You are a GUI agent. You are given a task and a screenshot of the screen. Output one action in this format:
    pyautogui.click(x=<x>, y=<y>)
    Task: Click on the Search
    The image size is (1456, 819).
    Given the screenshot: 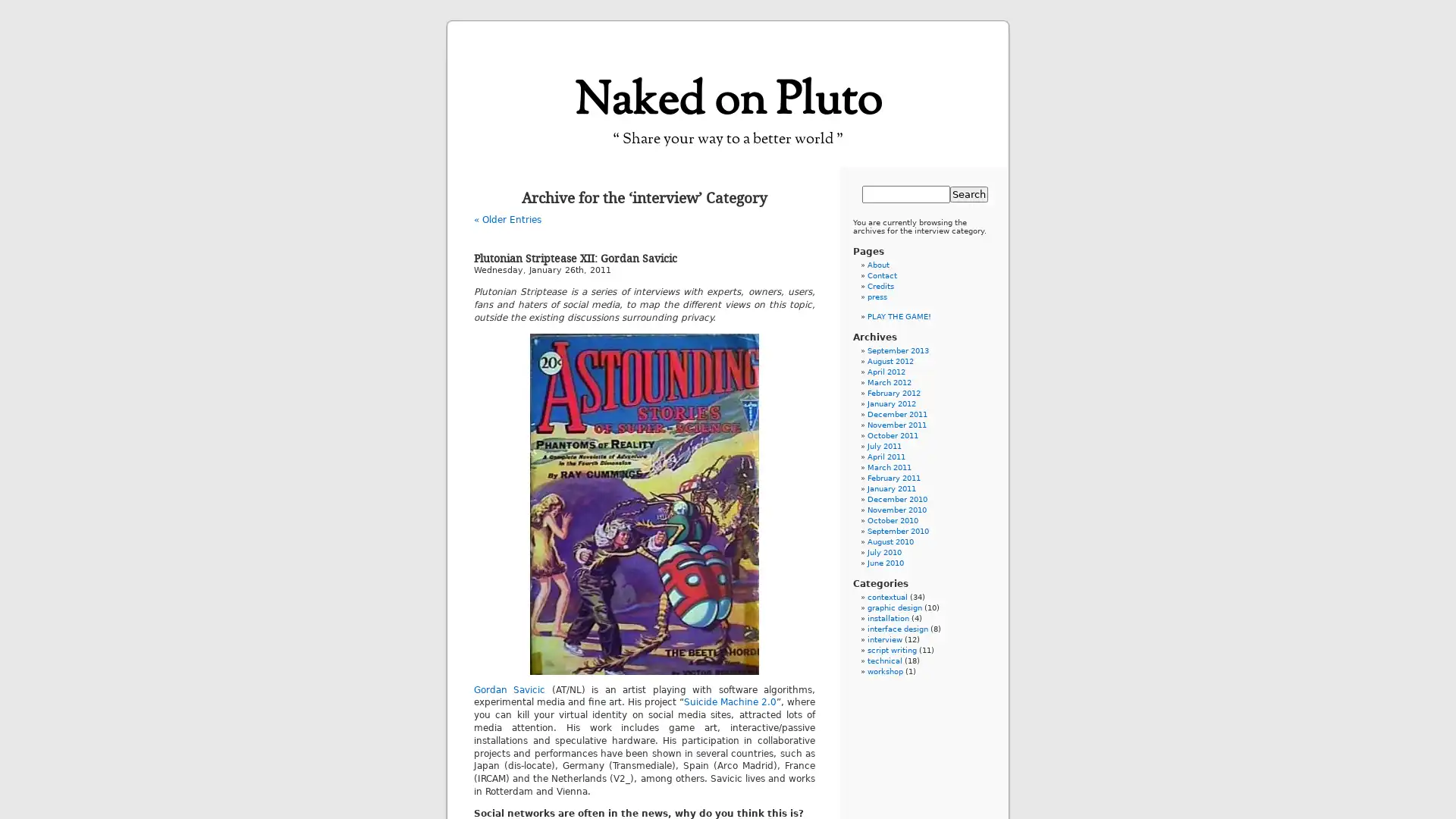 What is the action you would take?
    pyautogui.click(x=968, y=193)
    